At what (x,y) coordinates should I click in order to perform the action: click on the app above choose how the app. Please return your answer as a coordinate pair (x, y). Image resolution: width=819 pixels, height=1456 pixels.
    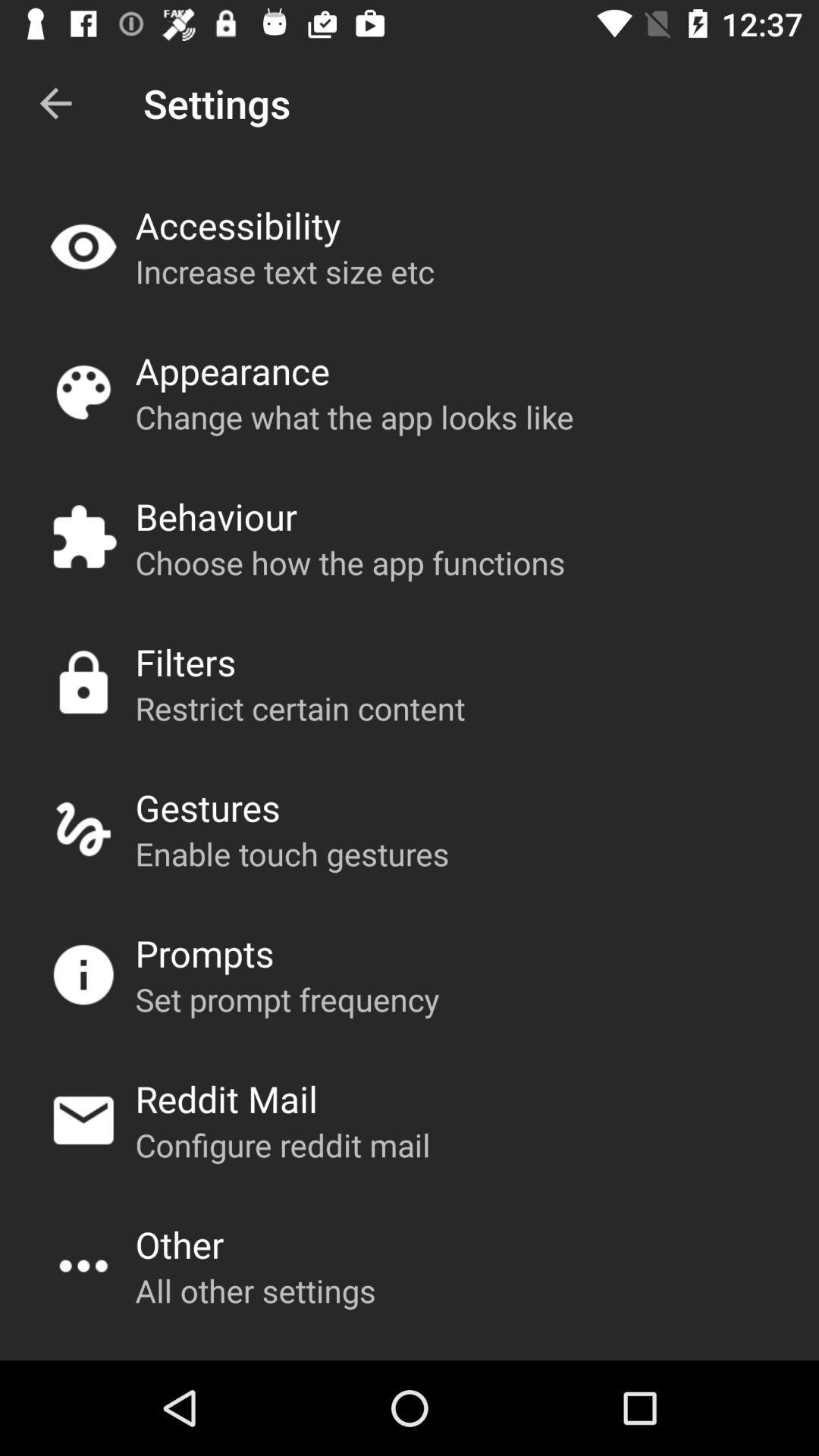
    Looking at the image, I should click on (216, 516).